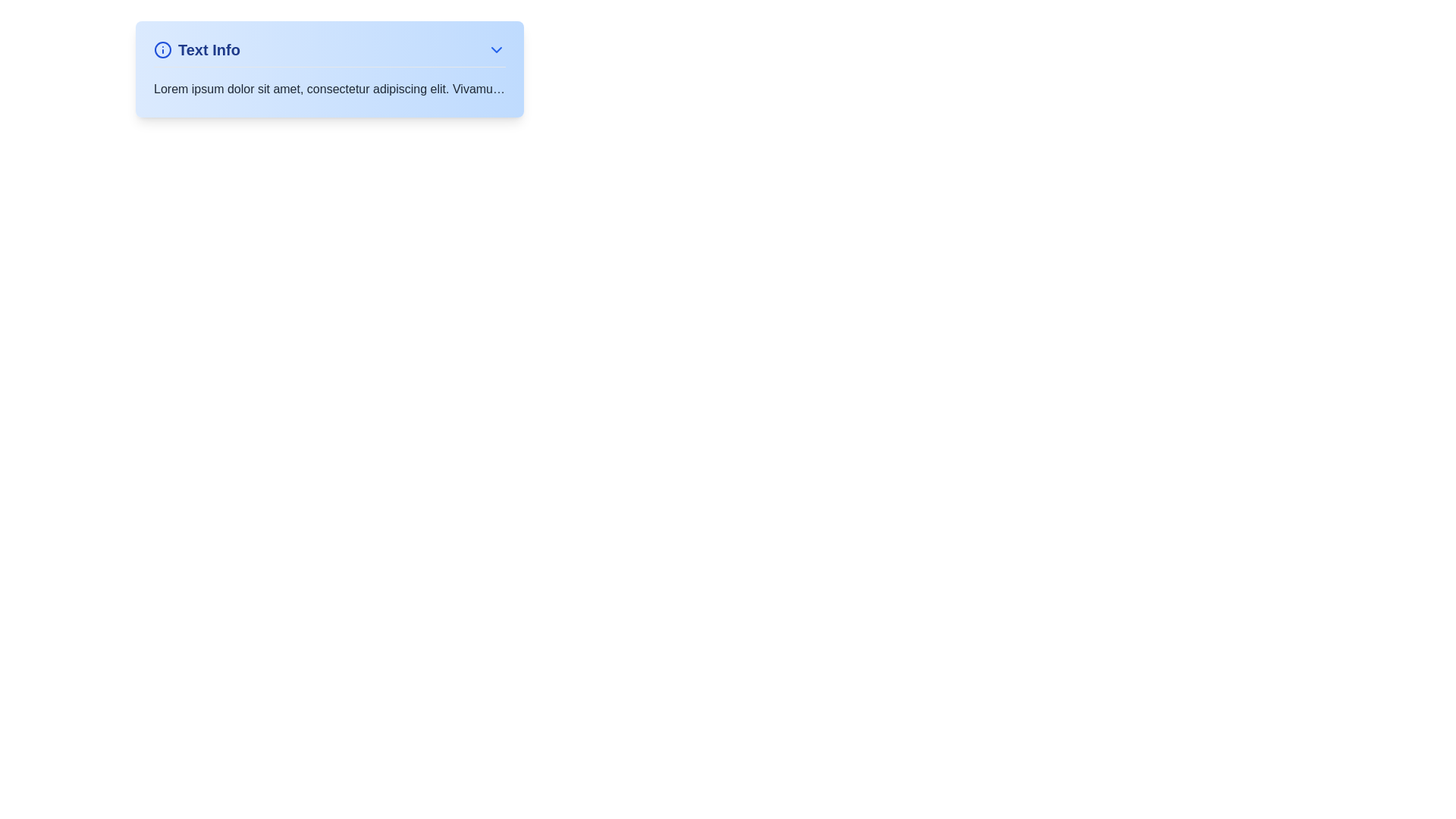  I want to click on the circular icon with a blue outline, which is the first element in the section header area preceding the text 'Text Info', so click(163, 49).